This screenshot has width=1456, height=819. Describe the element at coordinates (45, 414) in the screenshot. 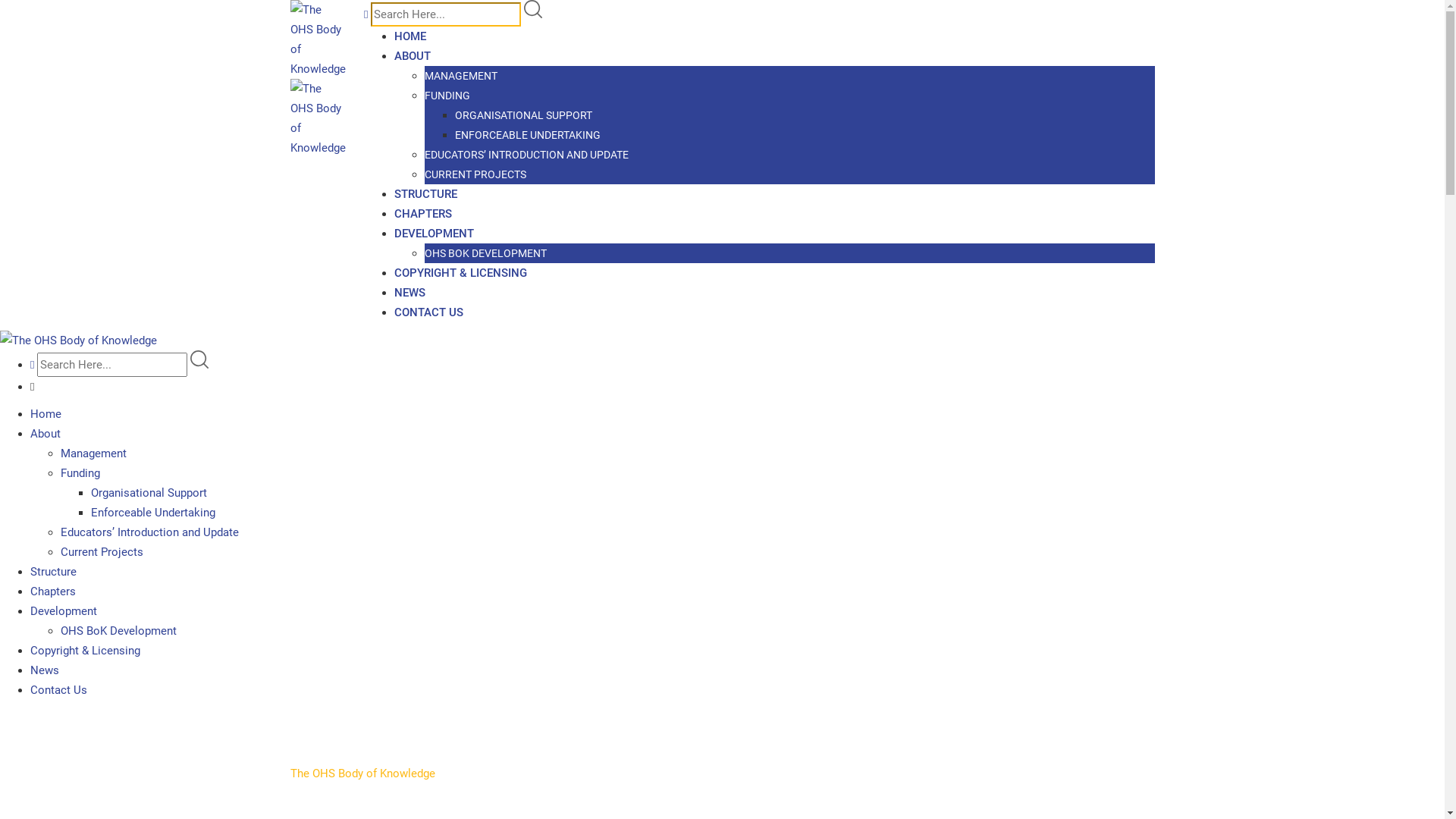

I see `'Home'` at that location.